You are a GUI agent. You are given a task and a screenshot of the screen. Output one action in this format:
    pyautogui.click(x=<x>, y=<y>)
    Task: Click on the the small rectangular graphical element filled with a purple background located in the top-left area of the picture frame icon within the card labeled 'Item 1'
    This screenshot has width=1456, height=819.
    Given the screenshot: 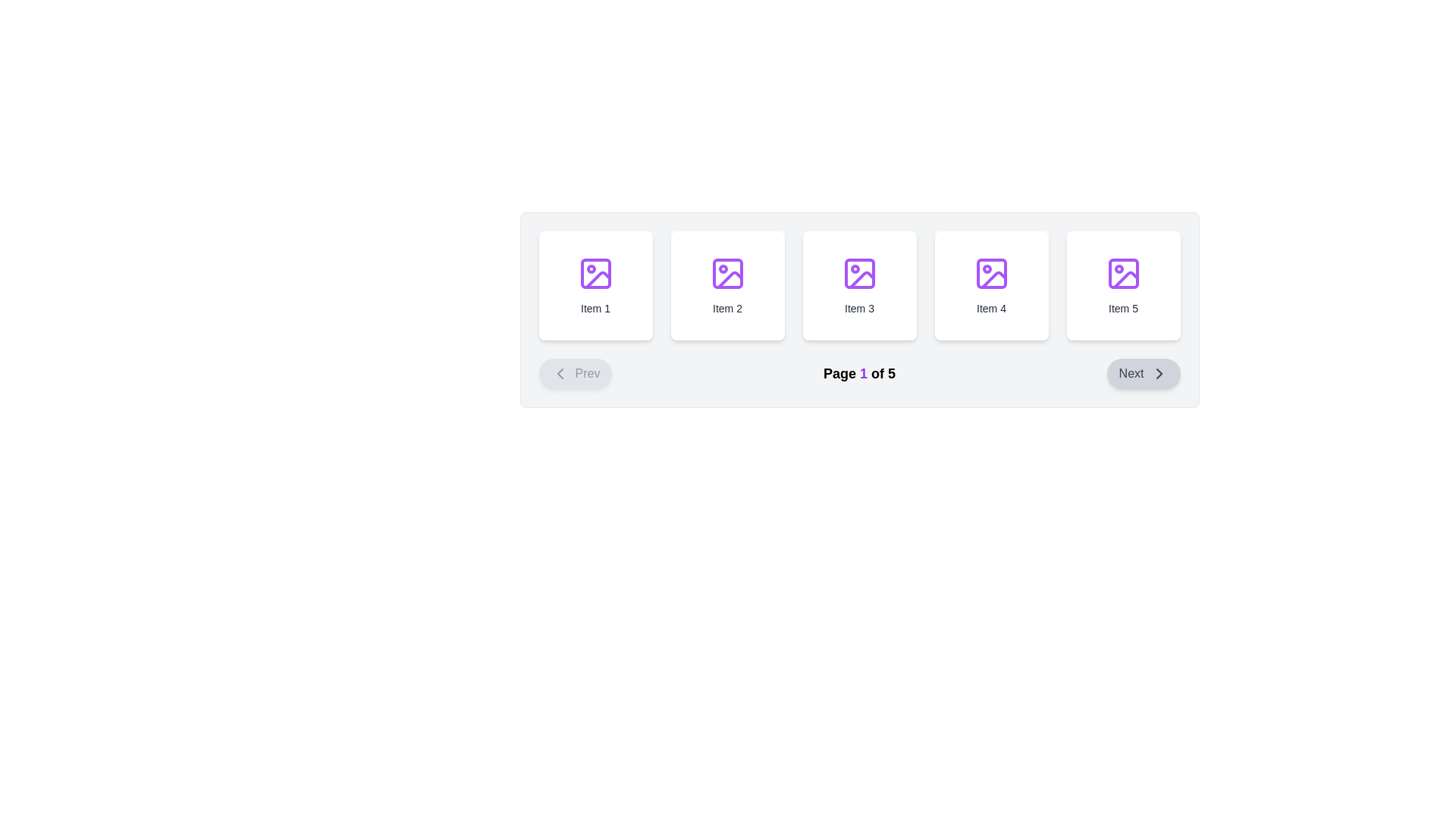 What is the action you would take?
    pyautogui.click(x=595, y=274)
    